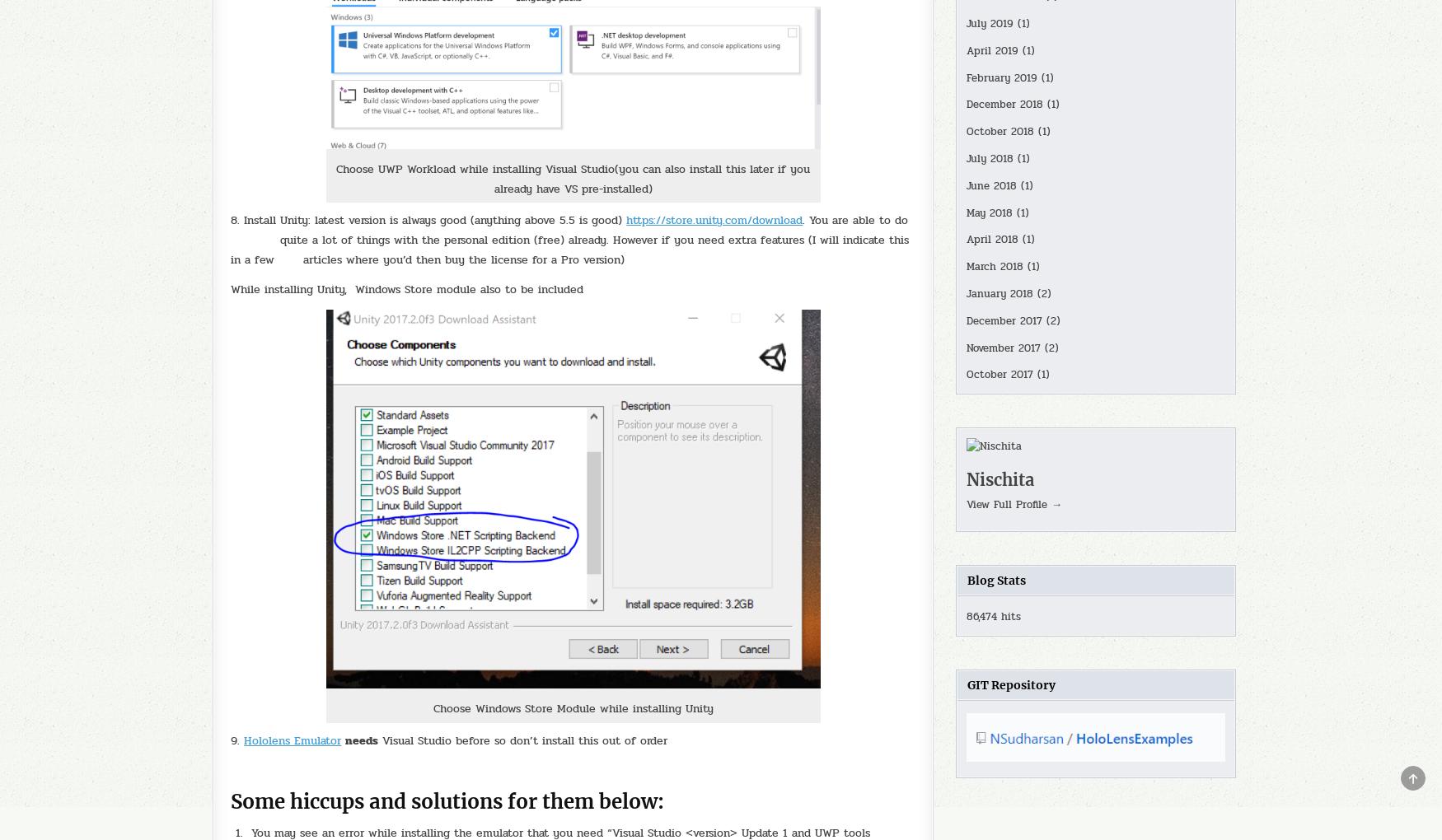  What do you see at coordinates (573, 178) in the screenshot?
I see `'Choose UWP Workload while installing Visual Studio(you can also install this later if you already have VS pre-installed)'` at bounding box center [573, 178].